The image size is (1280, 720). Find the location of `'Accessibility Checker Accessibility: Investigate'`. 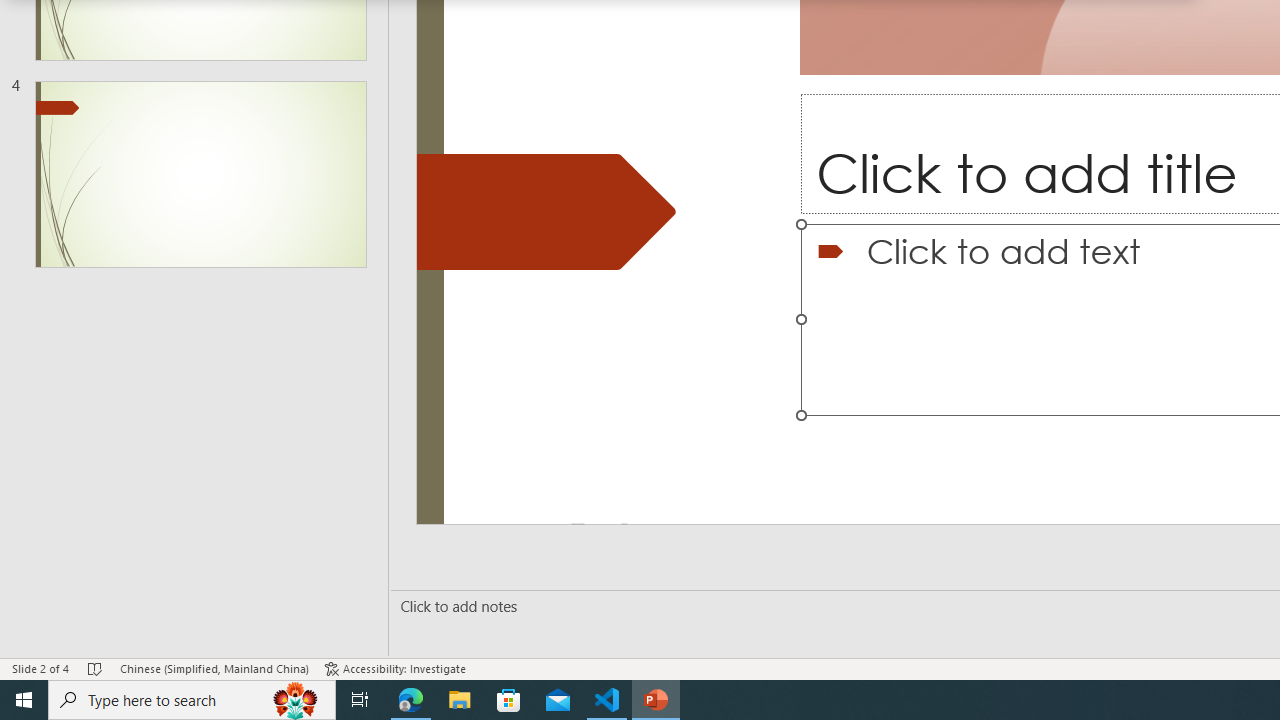

'Accessibility Checker Accessibility: Investigate' is located at coordinates (395, 669).